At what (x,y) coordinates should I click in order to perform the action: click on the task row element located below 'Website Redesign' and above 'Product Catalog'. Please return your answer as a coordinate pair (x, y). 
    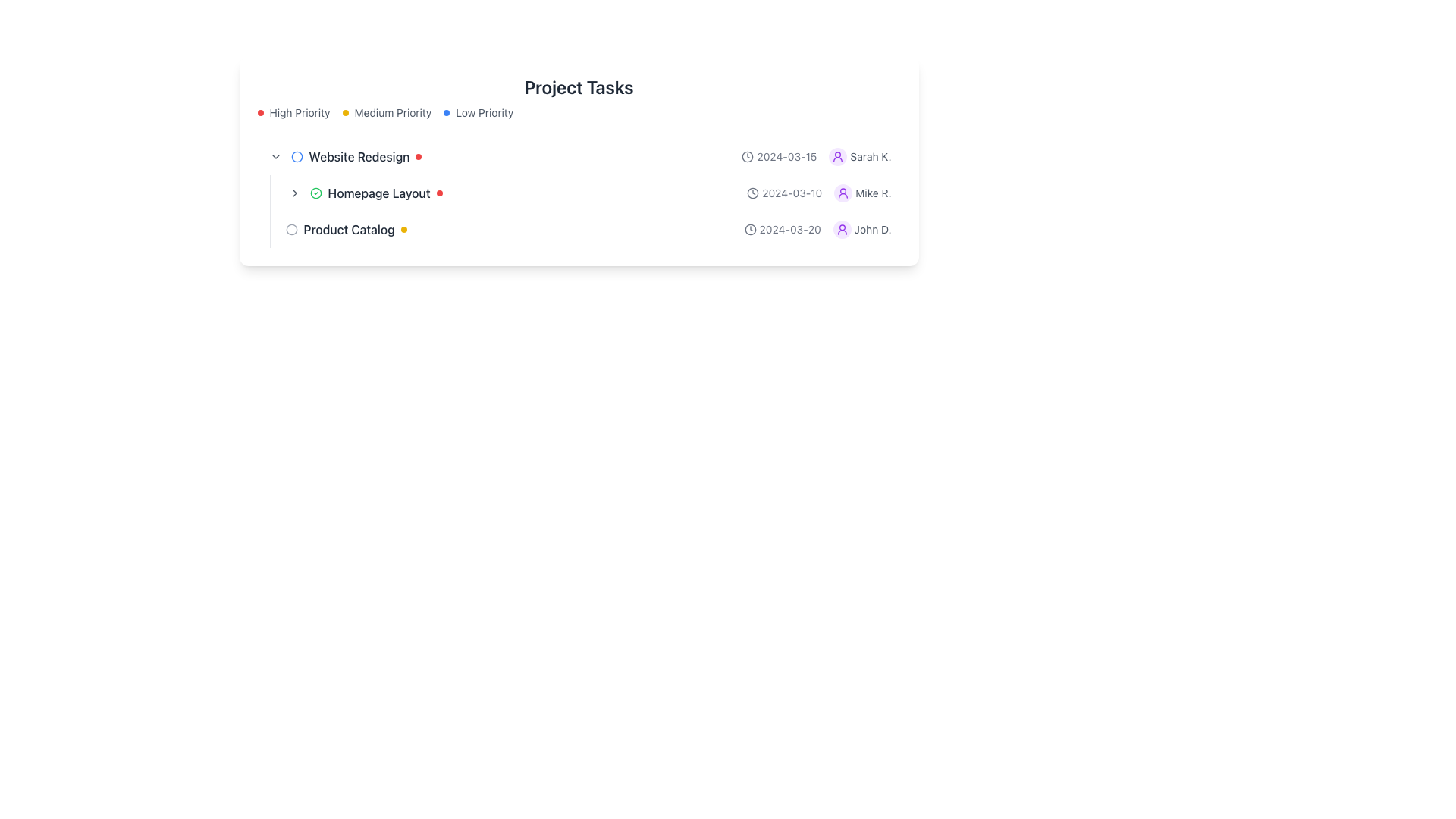
    Looking at the image, I should click on (588, 192).